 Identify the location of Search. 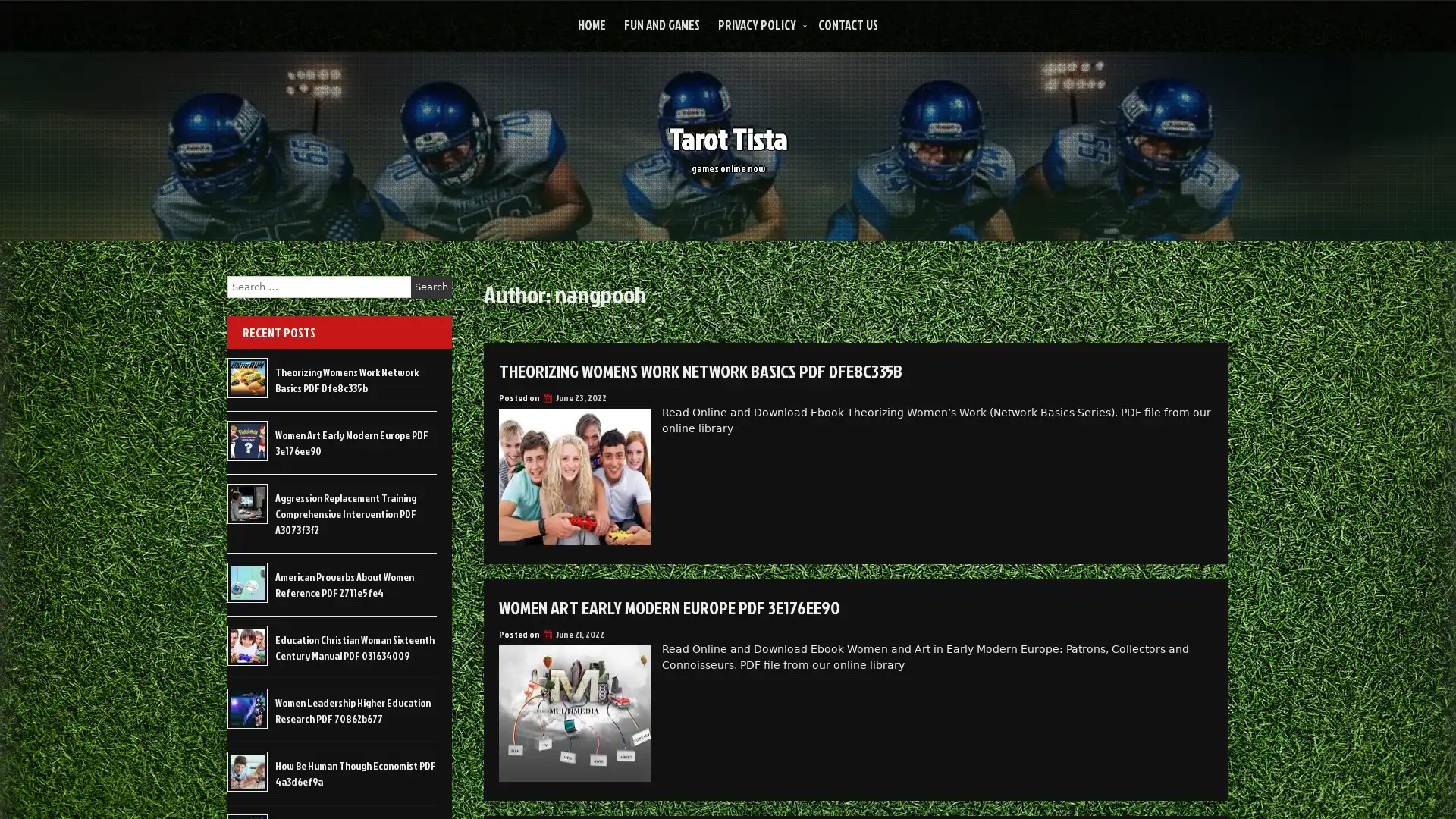
(431, 287).